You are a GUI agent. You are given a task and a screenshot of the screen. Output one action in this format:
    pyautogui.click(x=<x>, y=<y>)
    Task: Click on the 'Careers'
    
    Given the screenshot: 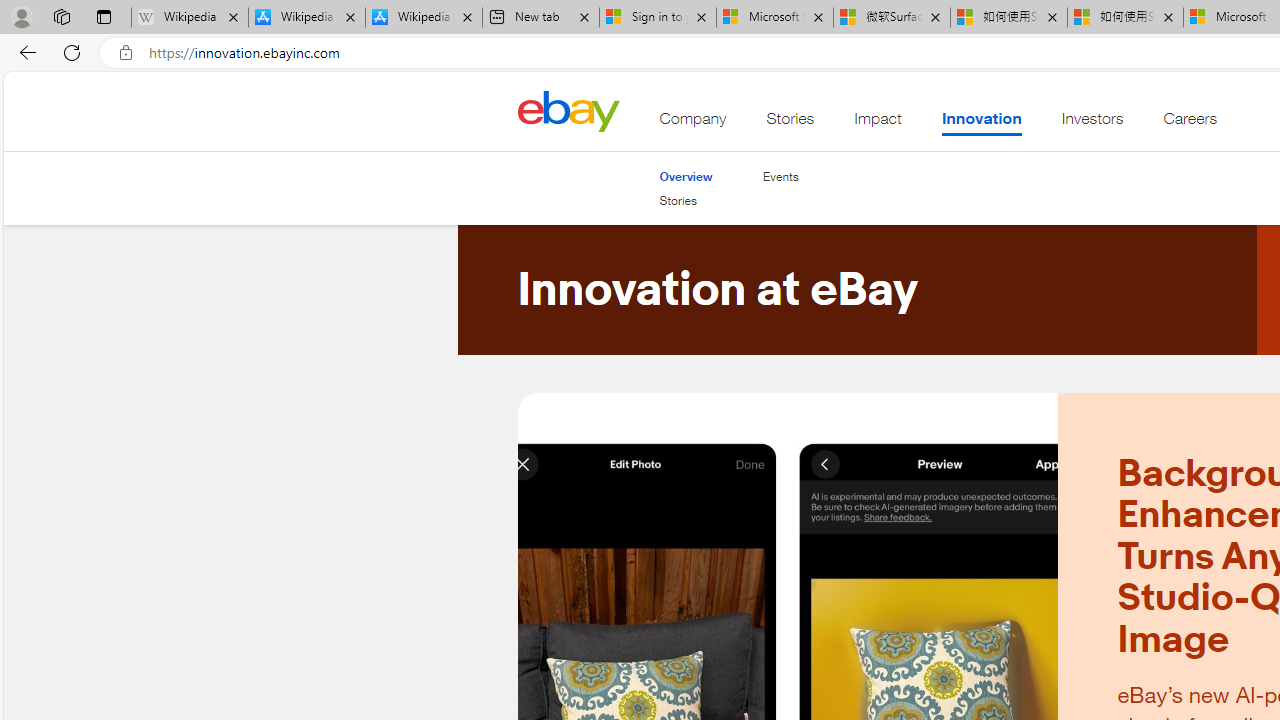 What is the action you would take?
    pyautogui.click(x=1191, y=123)
    